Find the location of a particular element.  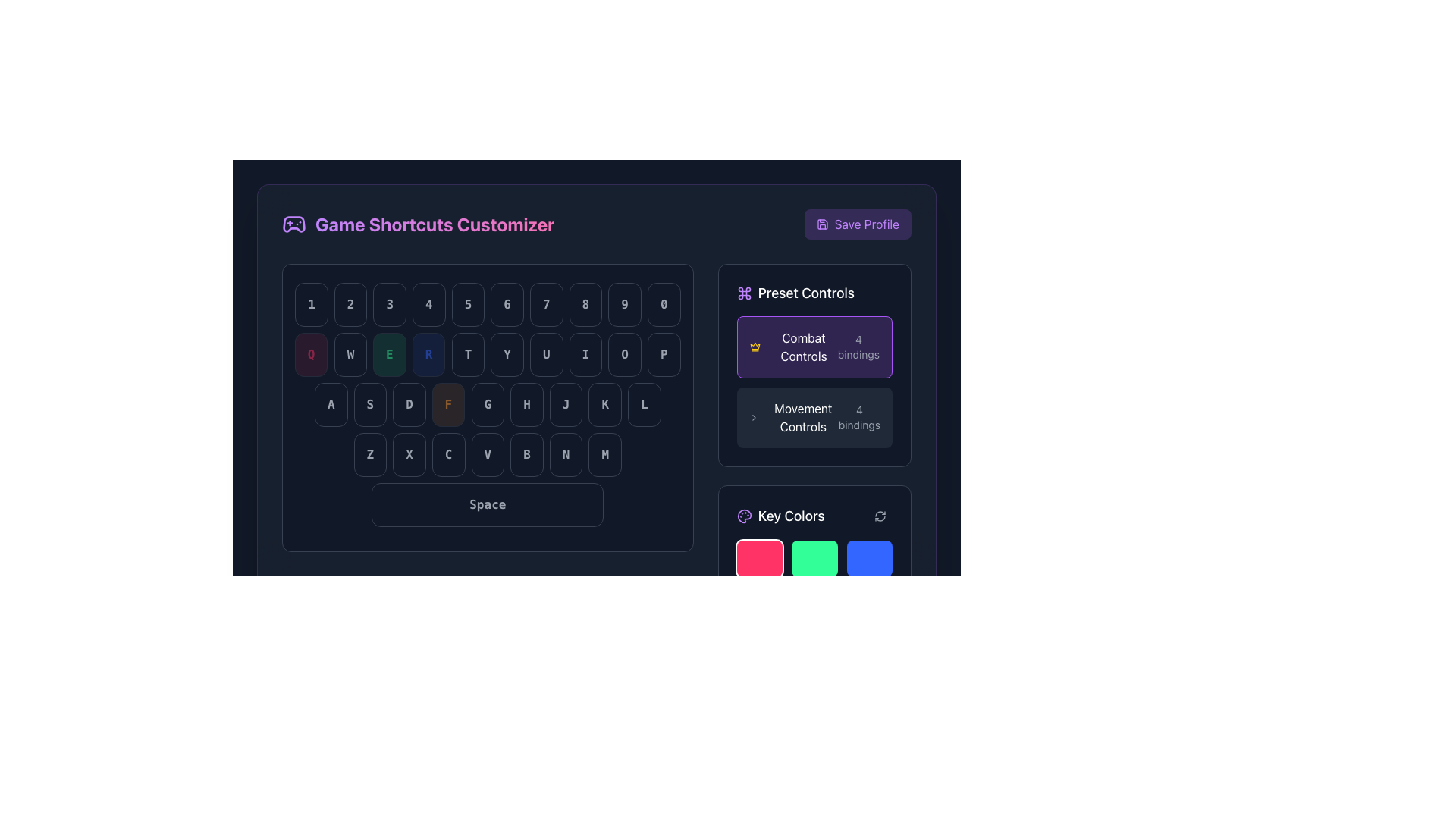

the sixth rounded rectangular button labeled 'Y' with light gray text on a dark background is located at coordinates (507, 354).